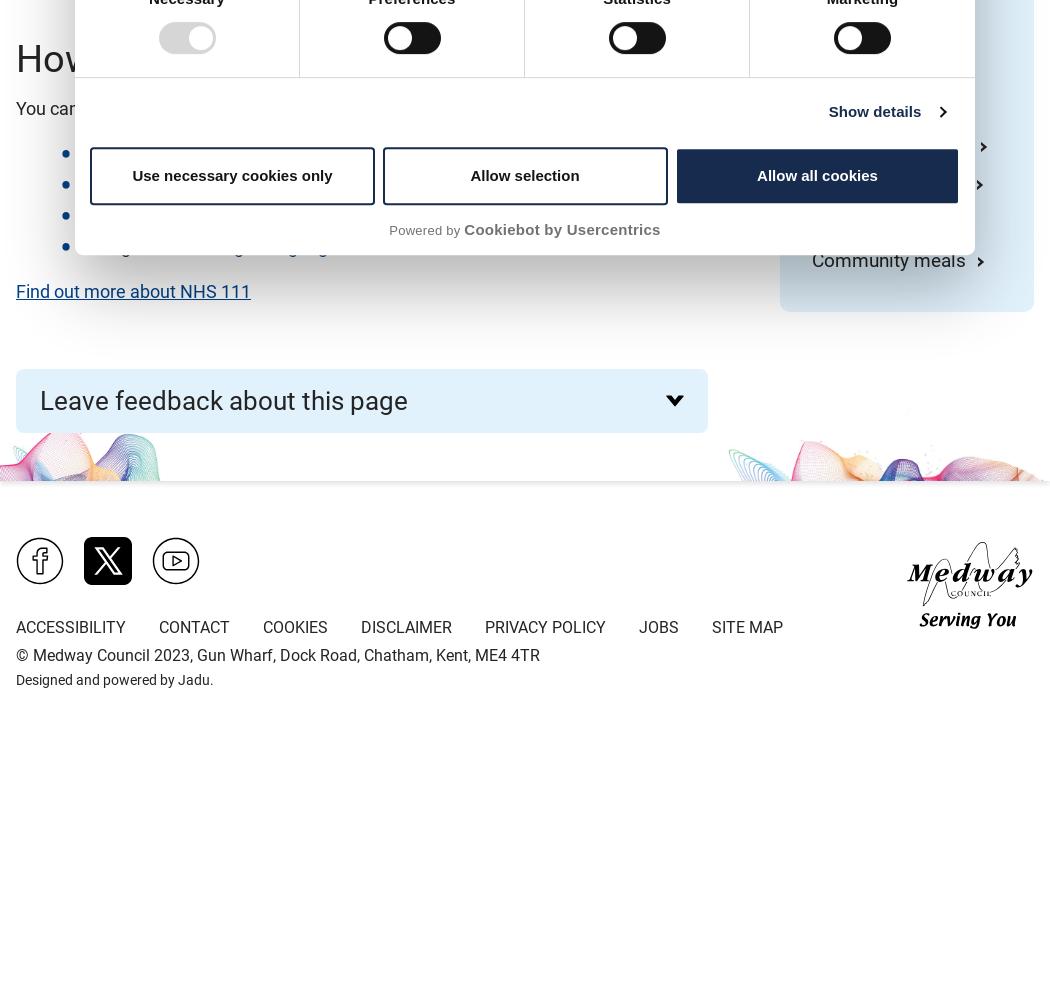  I want to click on 'Respite and short breaks', so click(884, 91).